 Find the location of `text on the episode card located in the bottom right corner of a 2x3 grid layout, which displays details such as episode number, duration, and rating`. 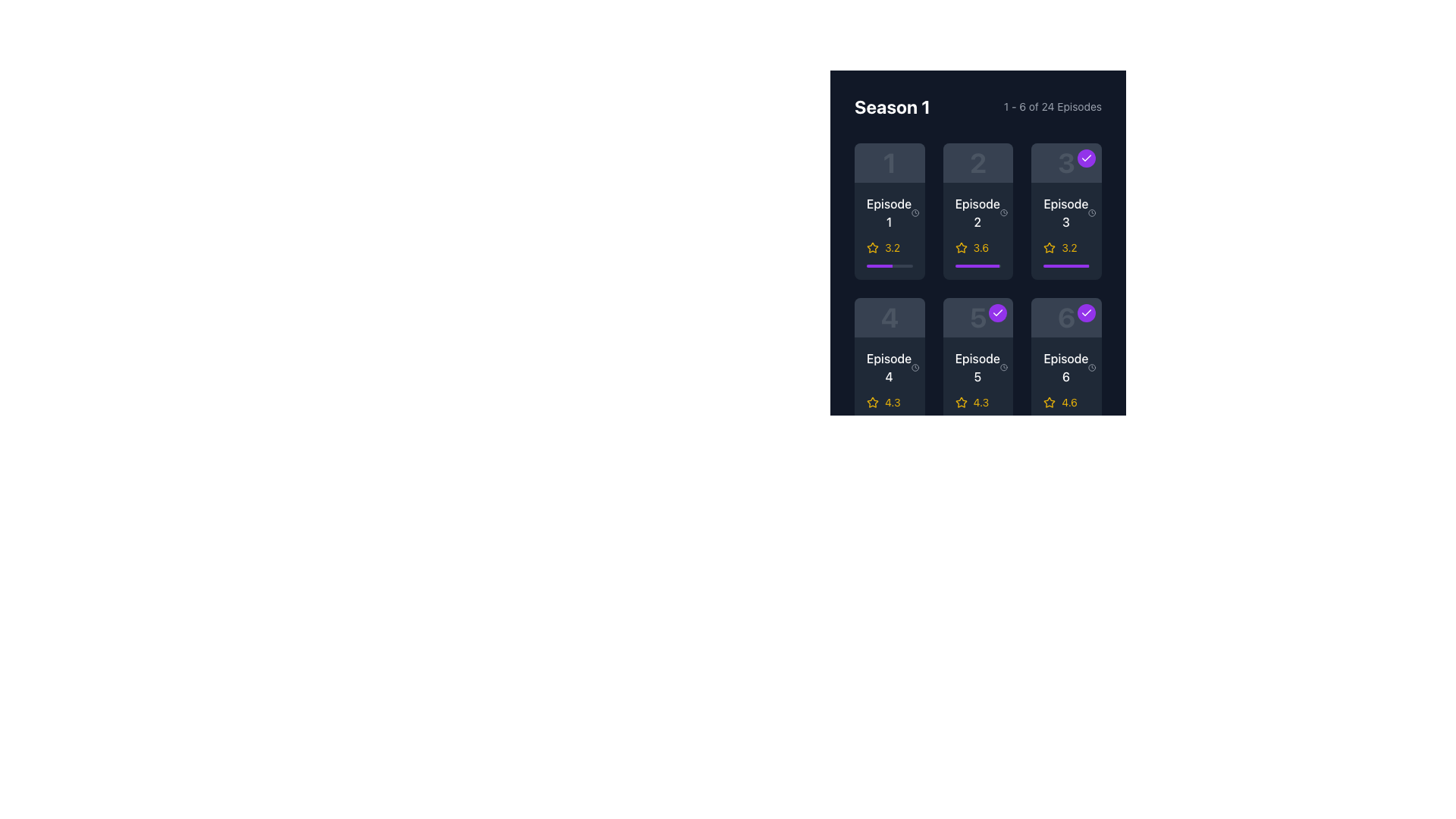

text on the episode card located in the bottom right corner of a 2x3 grid layout, which displays details such as episode number, duration, and rating is located at coordinates (1065, 366).